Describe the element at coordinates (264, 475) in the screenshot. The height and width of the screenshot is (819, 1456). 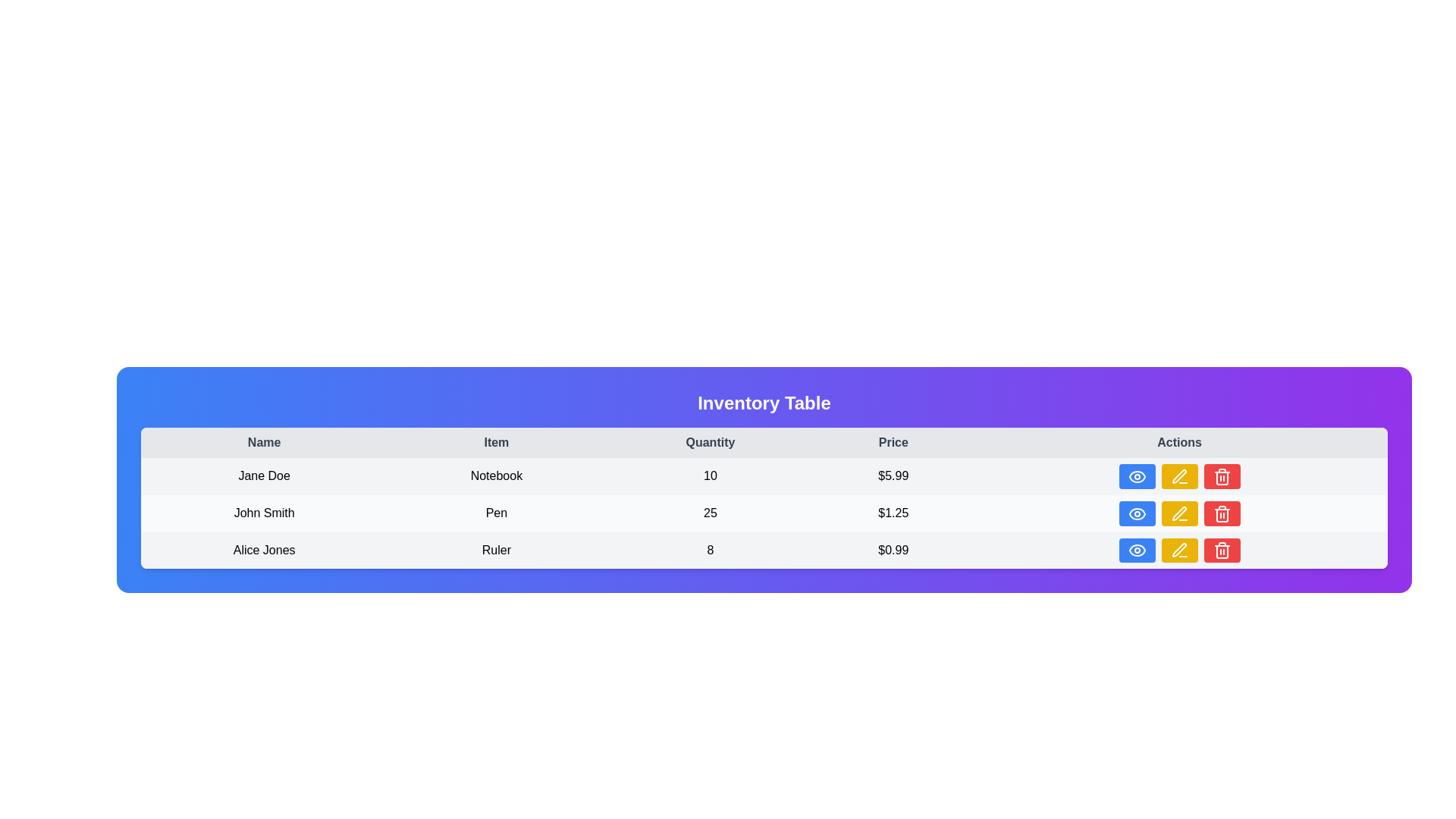
I see `the text label representing the name of an individual associated with an item in the inventory list, located in the first column of the second row under the 'Name' header` at that location.